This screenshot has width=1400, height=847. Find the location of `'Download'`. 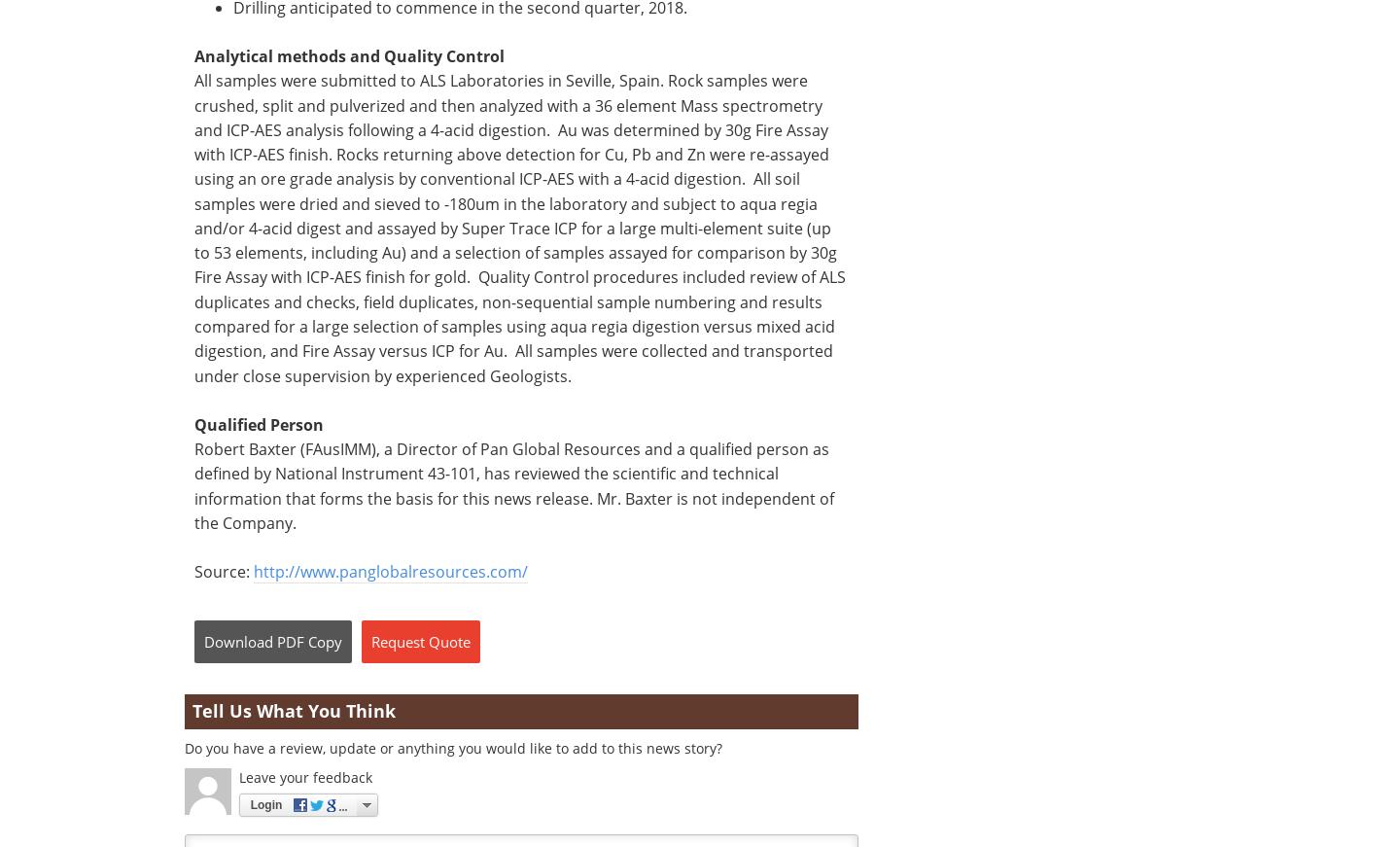

'Download' is located at coordinates (203, 640).